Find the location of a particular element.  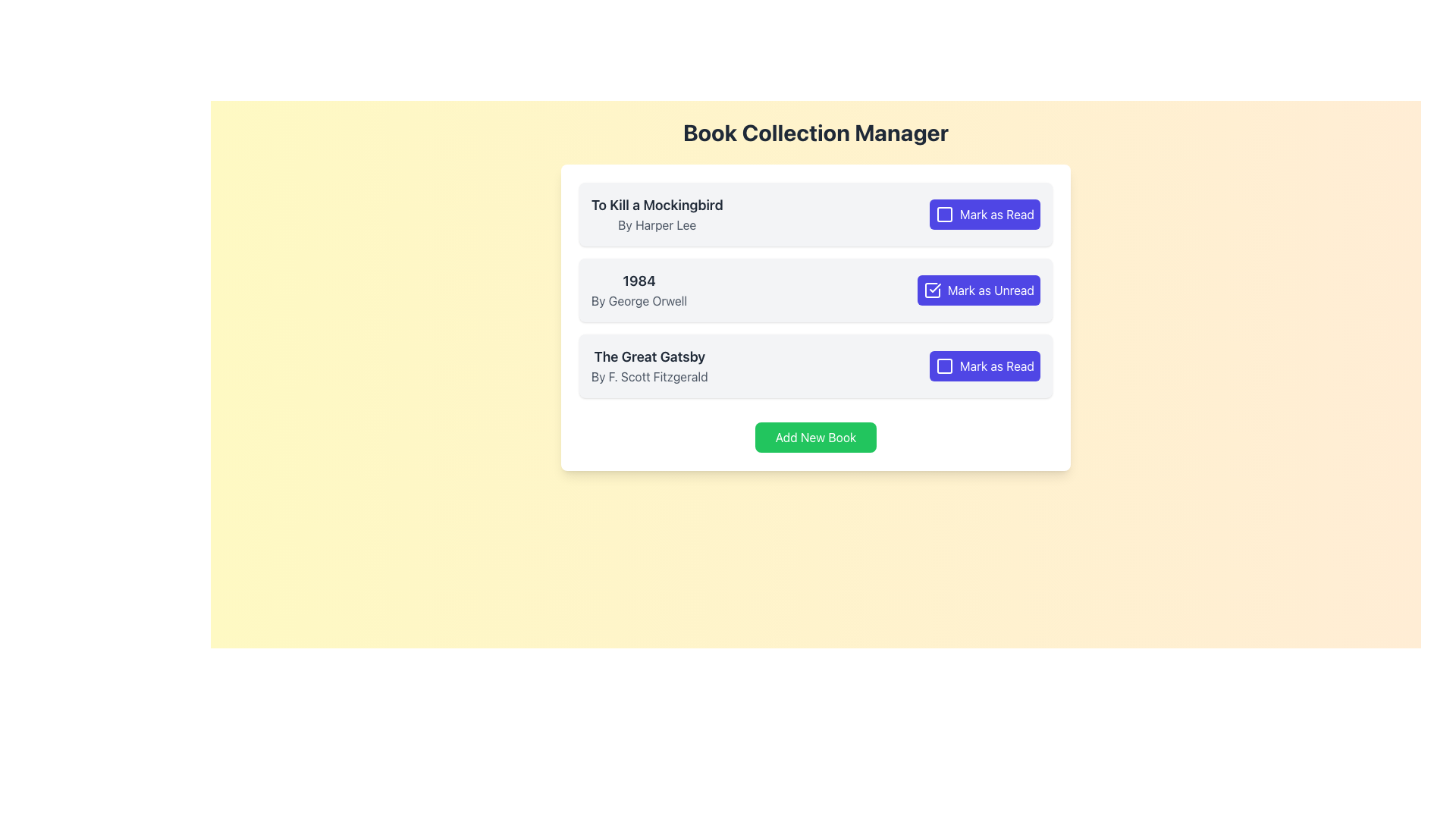

the list item for the book '1984' with the button 'Mark as Unread' is located at coordinates (814, 290).